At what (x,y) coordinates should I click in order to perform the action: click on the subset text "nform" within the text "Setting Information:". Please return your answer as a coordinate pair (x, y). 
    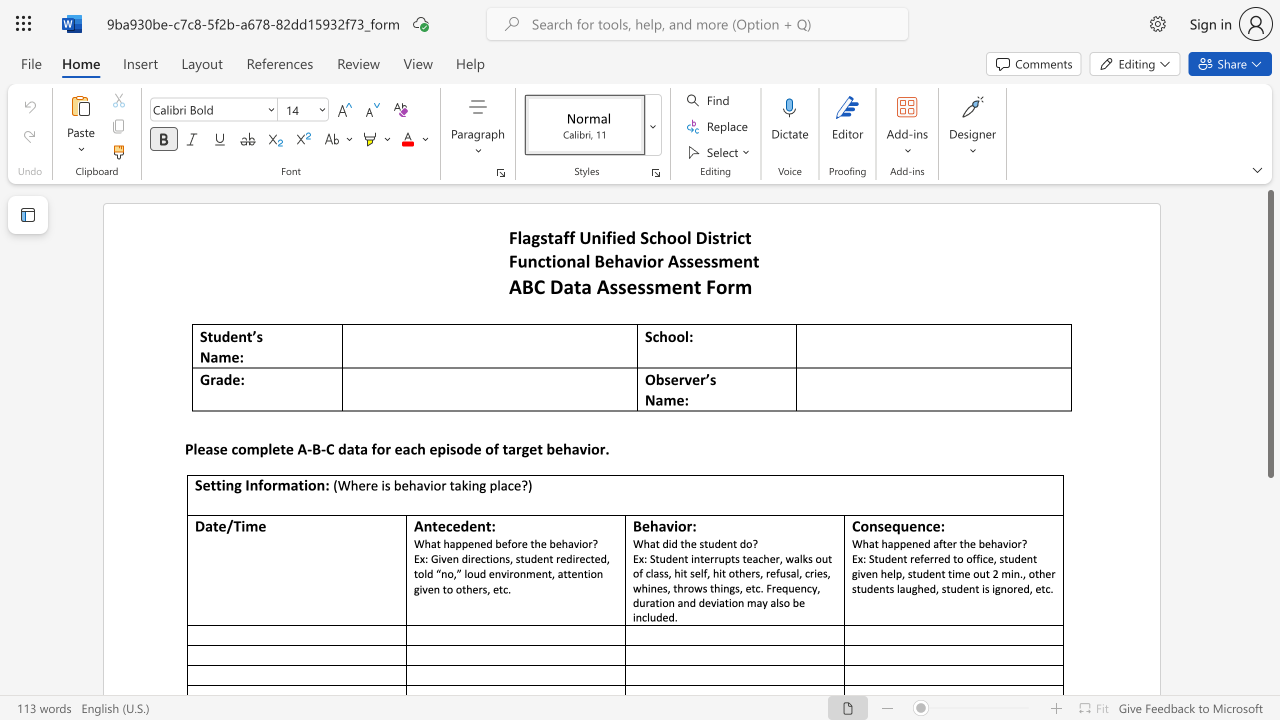
    Looking at the image, I should click on (248, 485).